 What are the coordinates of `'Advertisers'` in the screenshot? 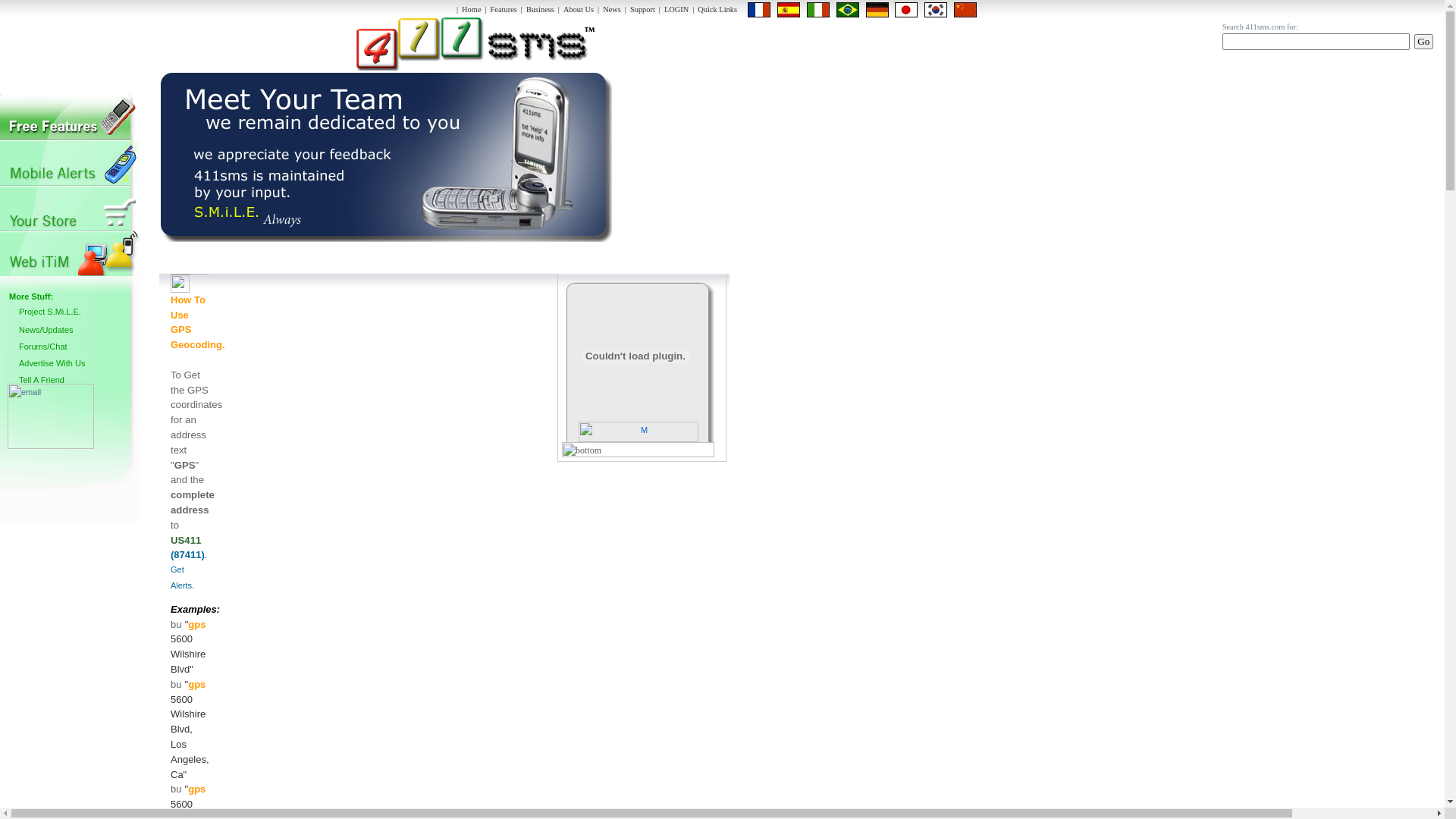 It's located at (69, 253).